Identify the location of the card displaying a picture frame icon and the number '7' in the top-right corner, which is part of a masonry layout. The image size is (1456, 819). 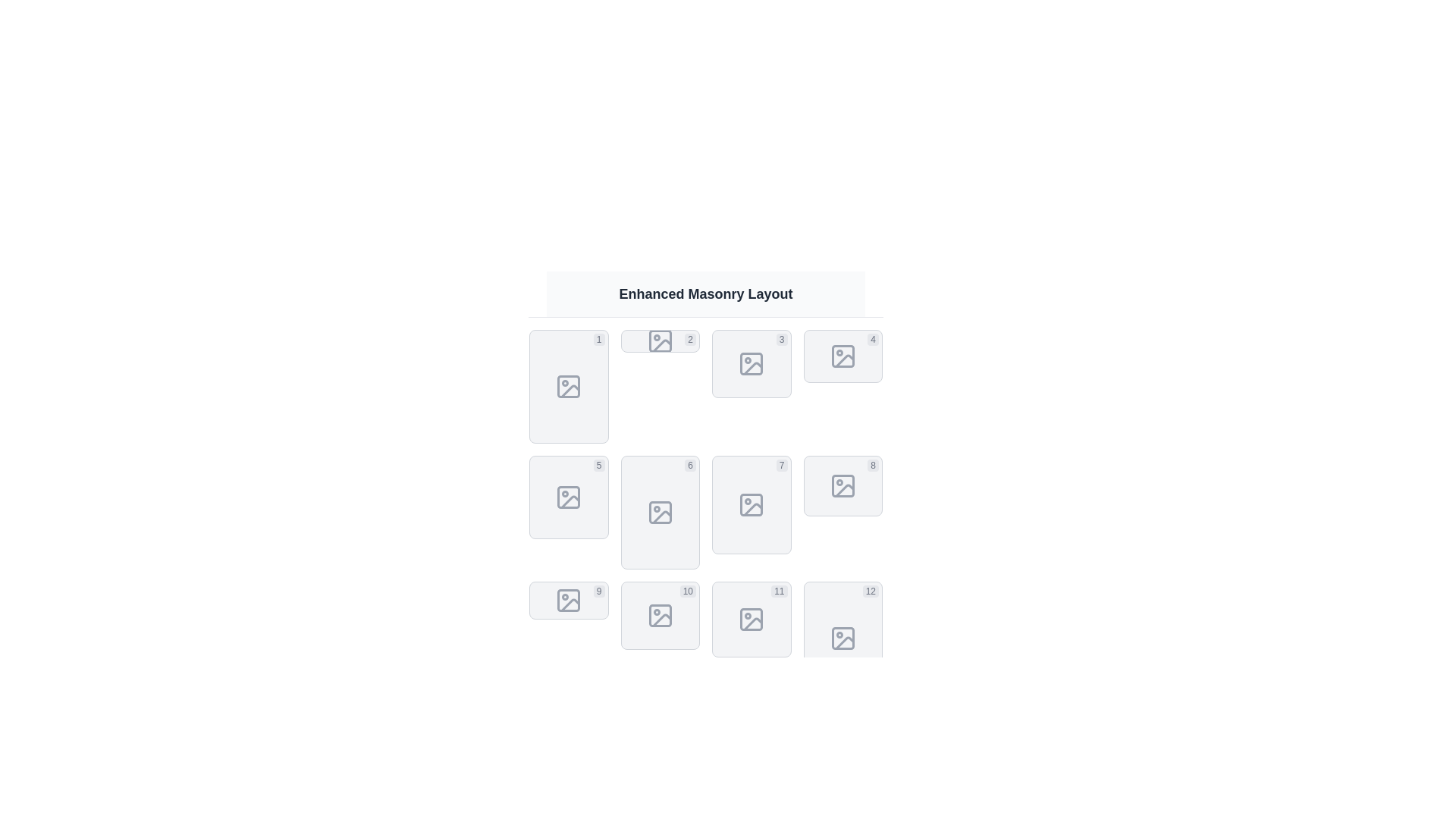
(752, 505).